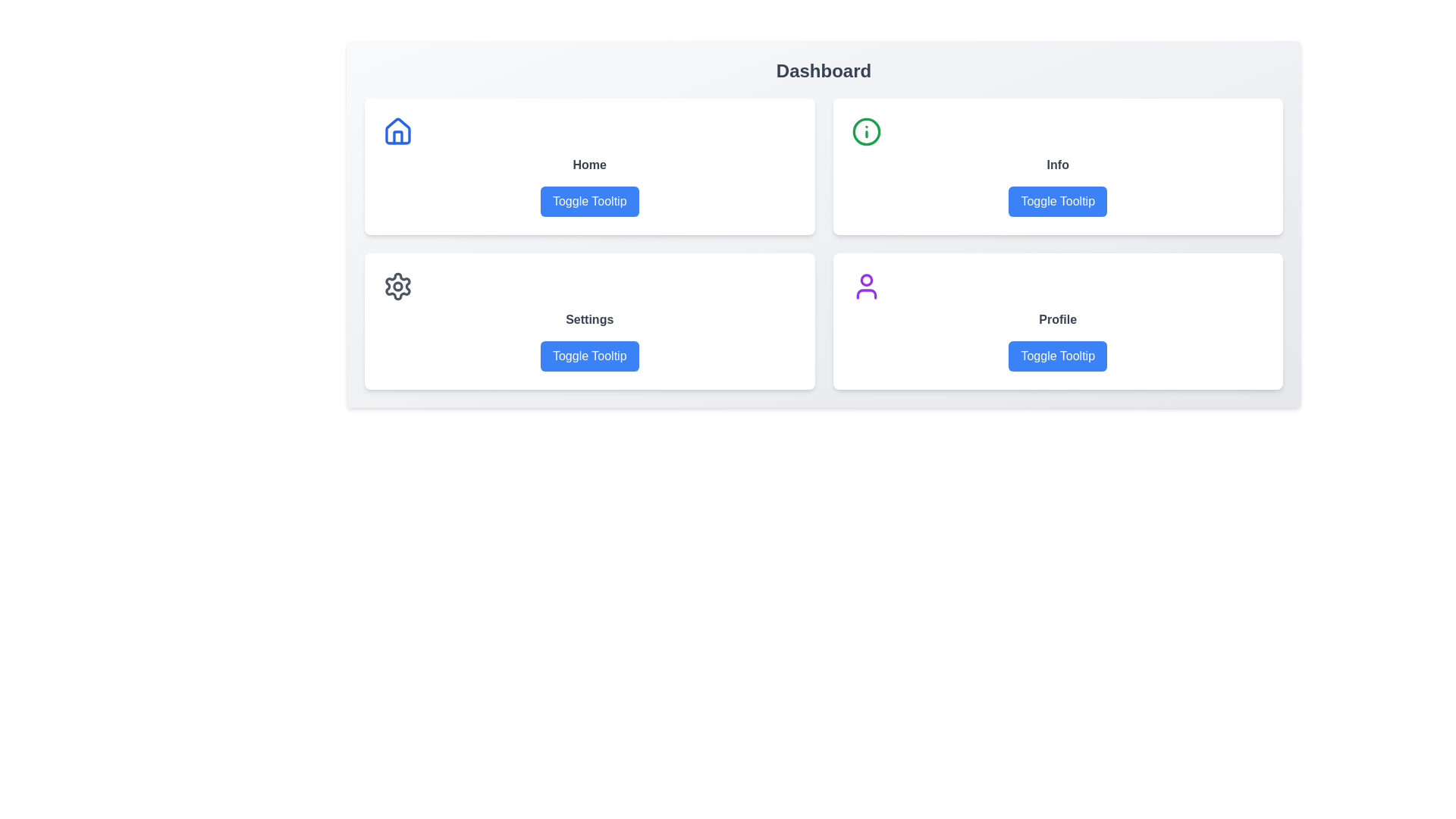  I want to click on the info icon in the card element that has a white background and rounded corners, located in the upper-right section of the grid, so click(1057, 166).